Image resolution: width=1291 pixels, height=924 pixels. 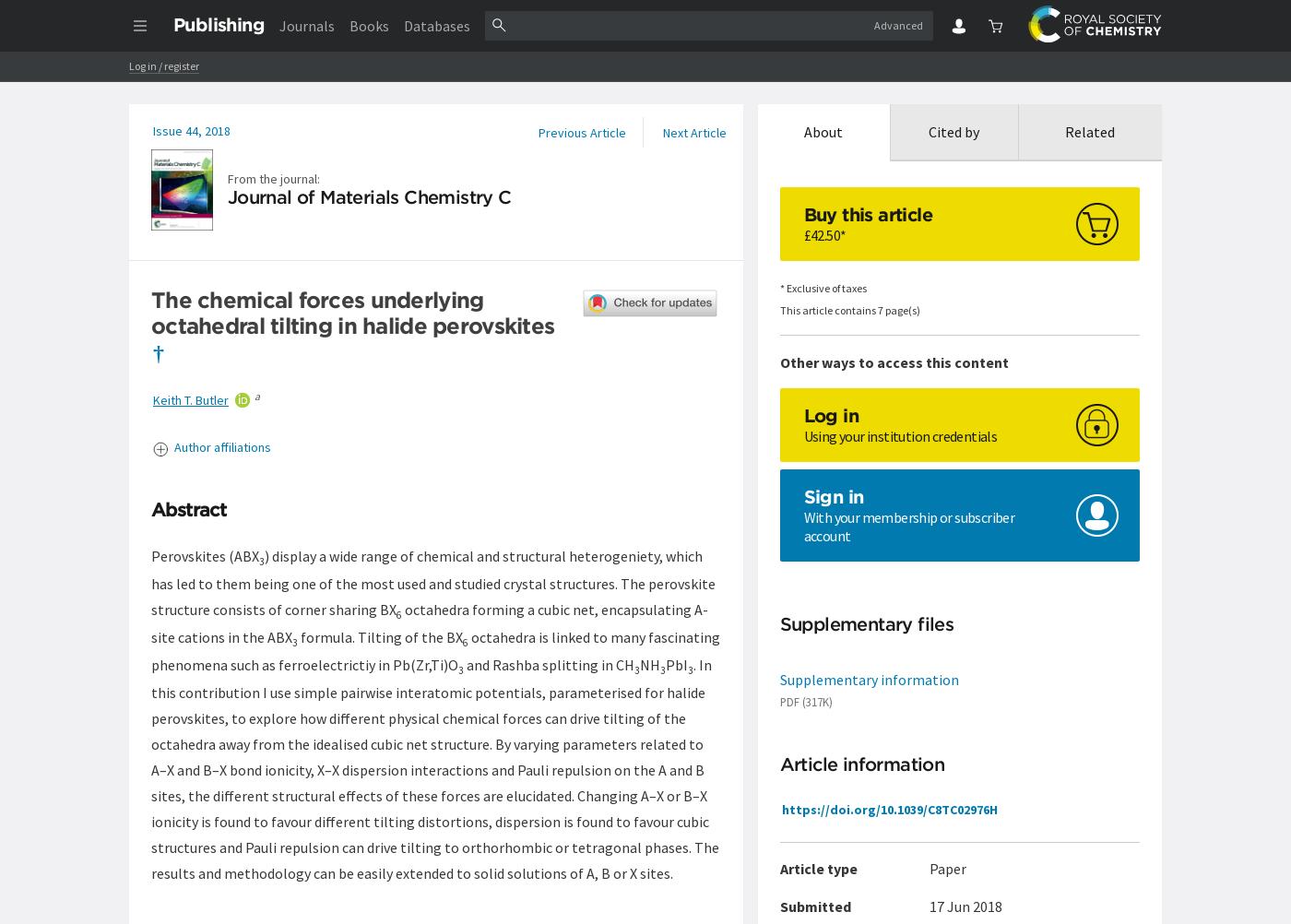 What do you see at coordinates (272, 178) in the screenshot?
I see `'From the journal:'` at bounding box center [272, 178].